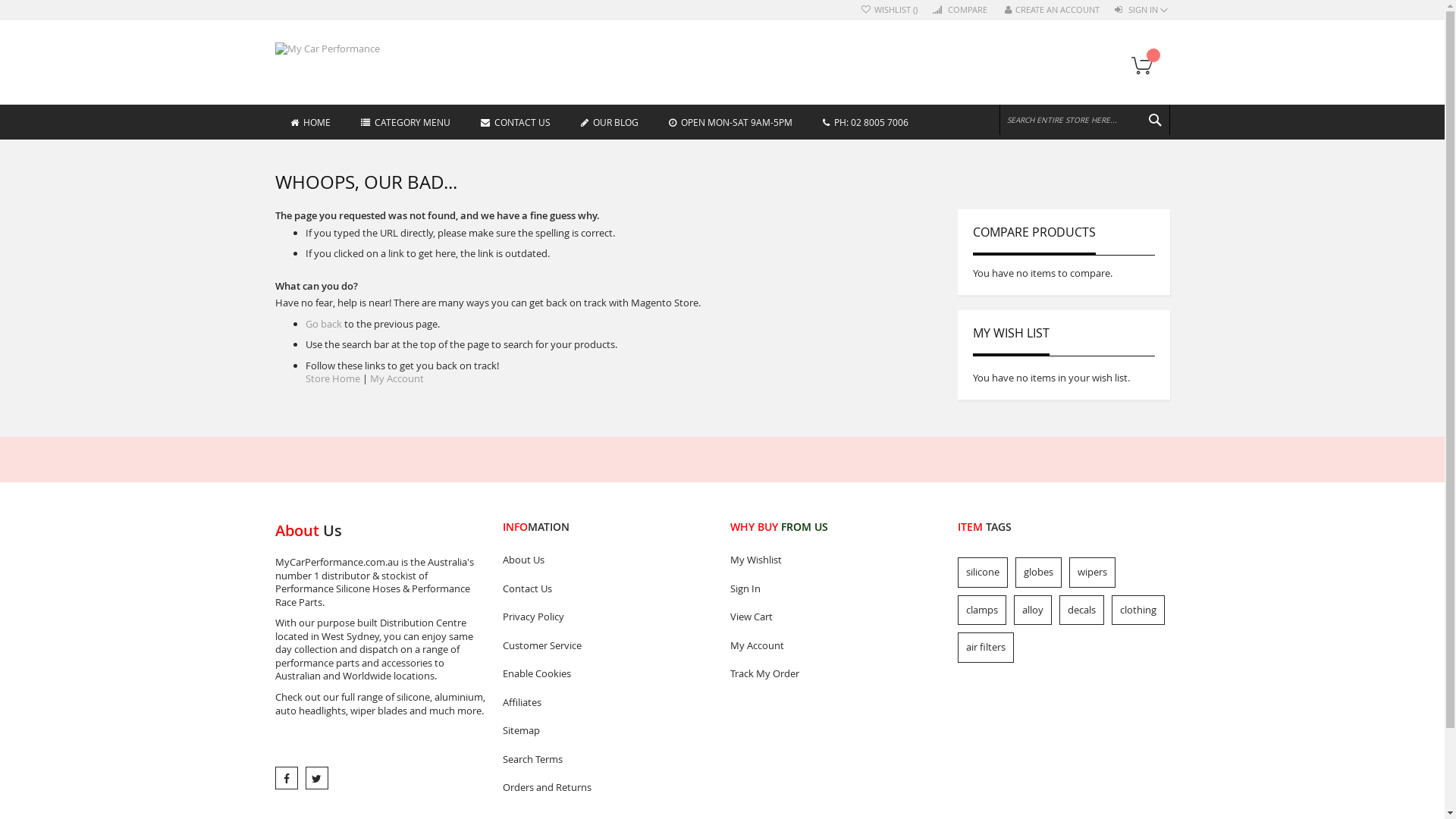  I want to click on 'CATEGORY MENU', so click(405, 121).